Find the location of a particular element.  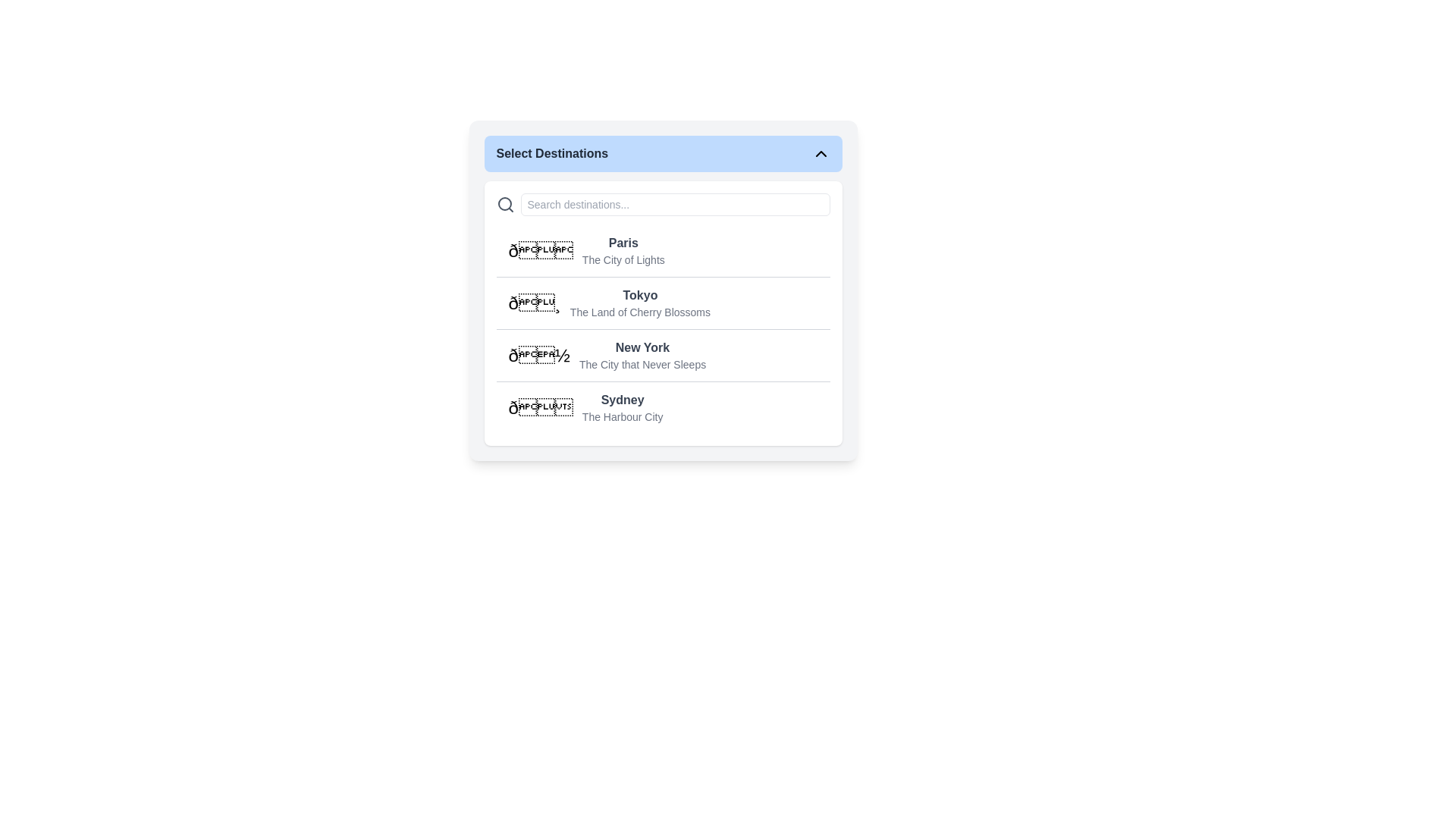

the text label indicating the destination 'Sydney' is located at coordinates (623, 400).